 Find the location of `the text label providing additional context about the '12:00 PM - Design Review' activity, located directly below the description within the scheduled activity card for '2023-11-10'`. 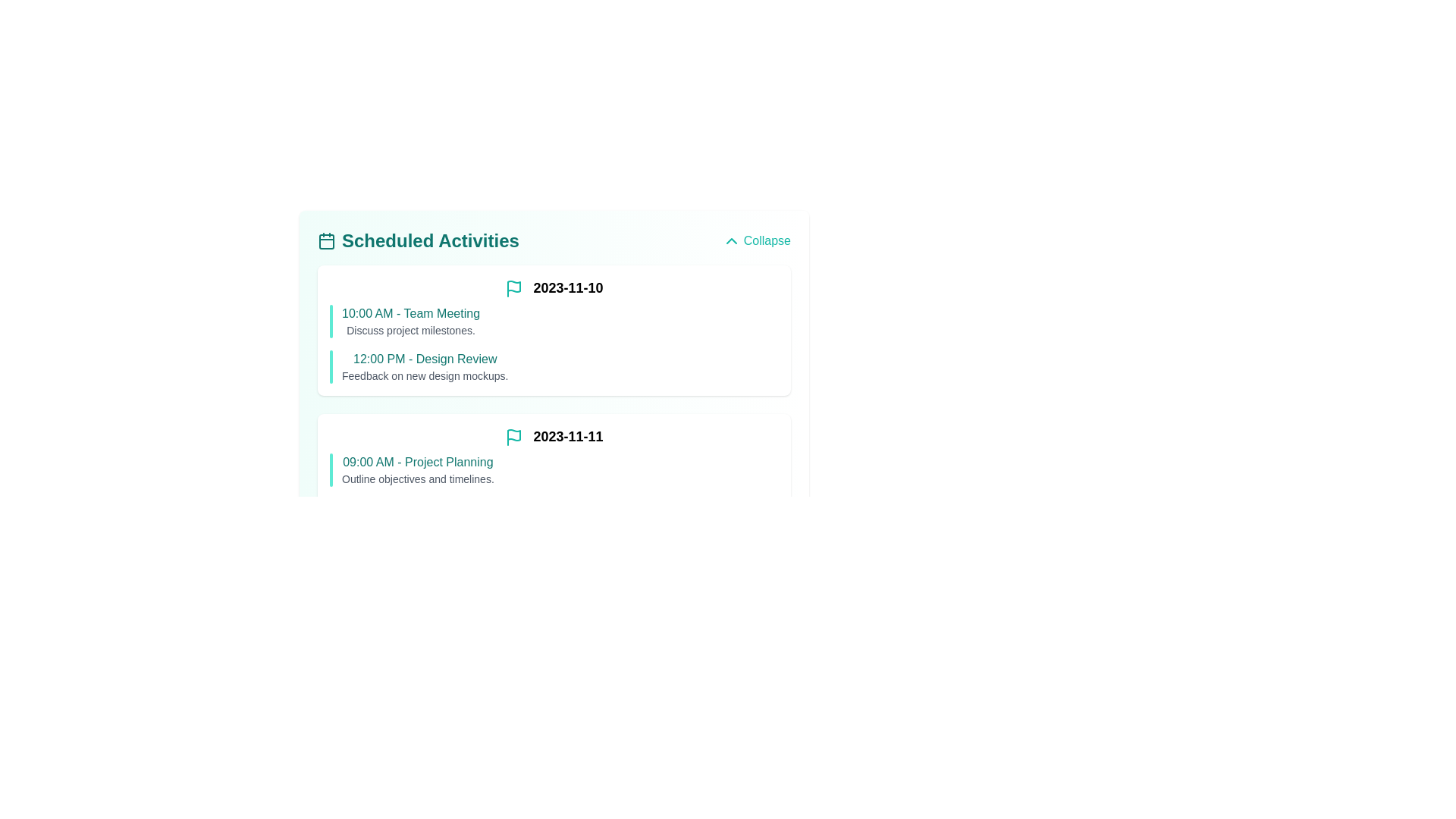

the text label providing additional context about the '12:00 PM - Design Review' activity, located directly below the description within the scheduled activity card for '2023-11-10' is located at coordinates (425, 375).